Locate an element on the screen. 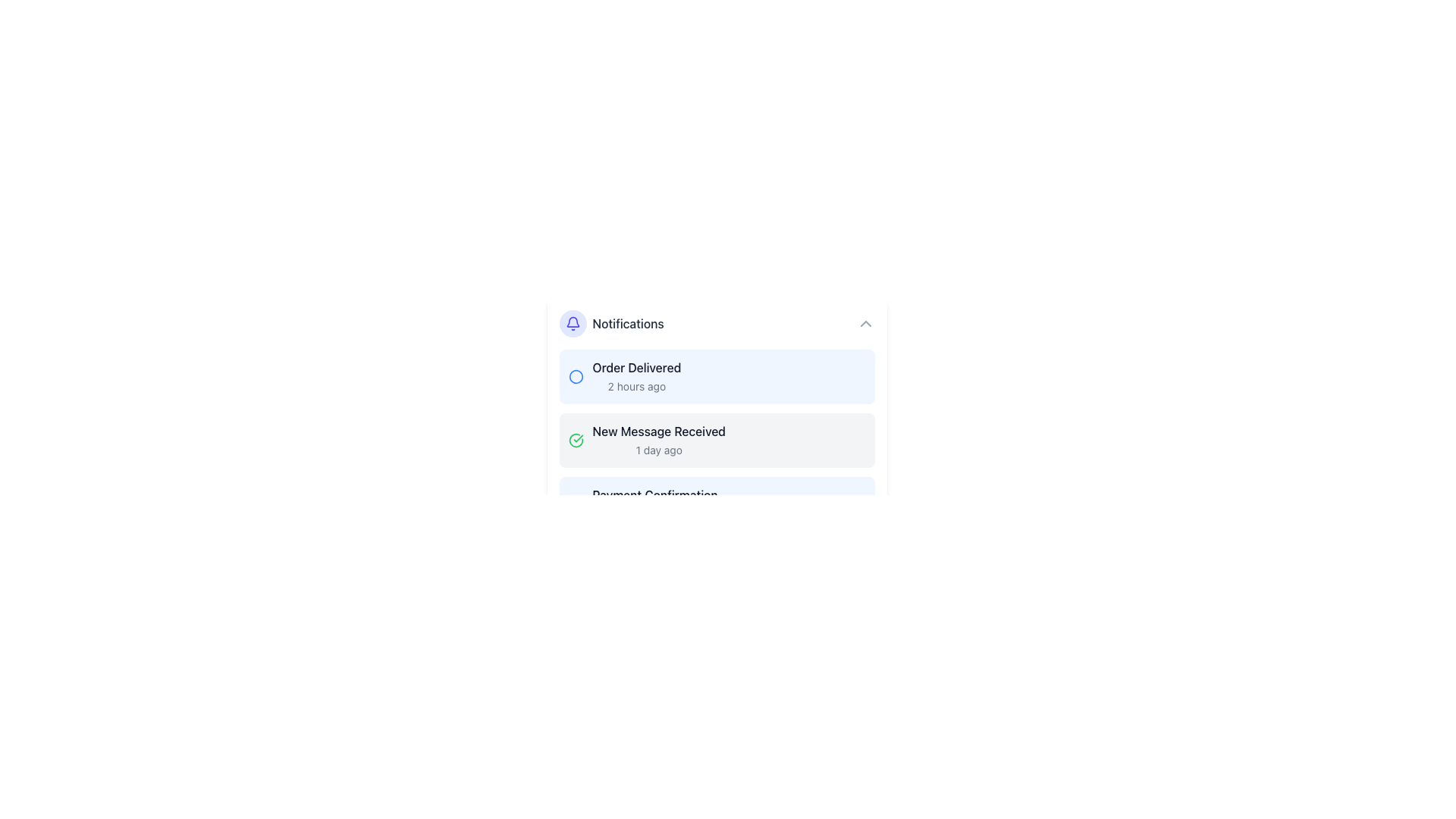 This screenshot has width=1456, height=819. the notification title text block that informs the user of a delivered order, located above the '2 hours ago' text component is located at coordinates (636, 368).